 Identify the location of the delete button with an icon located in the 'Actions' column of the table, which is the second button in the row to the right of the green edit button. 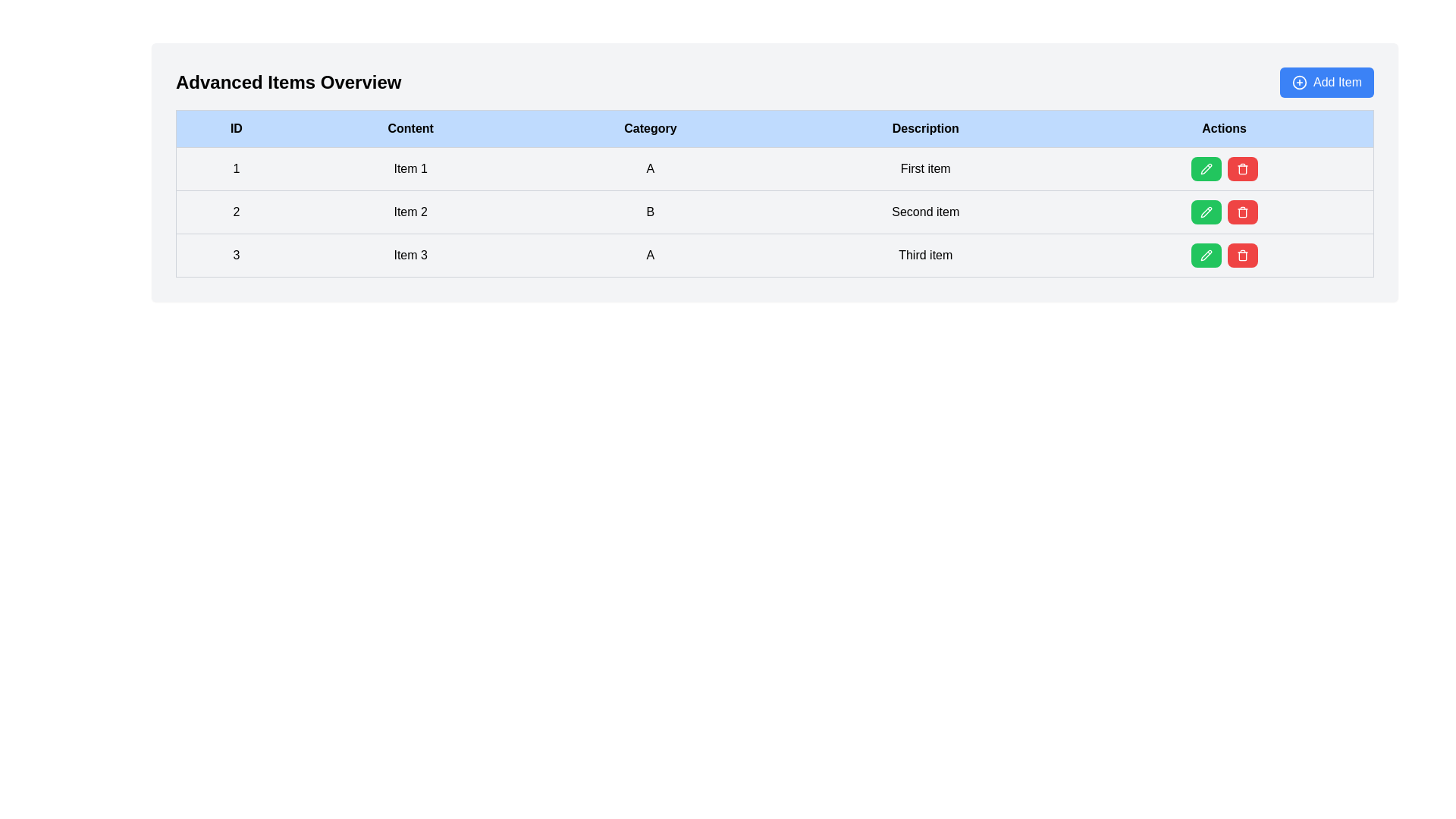
(1242, 169).